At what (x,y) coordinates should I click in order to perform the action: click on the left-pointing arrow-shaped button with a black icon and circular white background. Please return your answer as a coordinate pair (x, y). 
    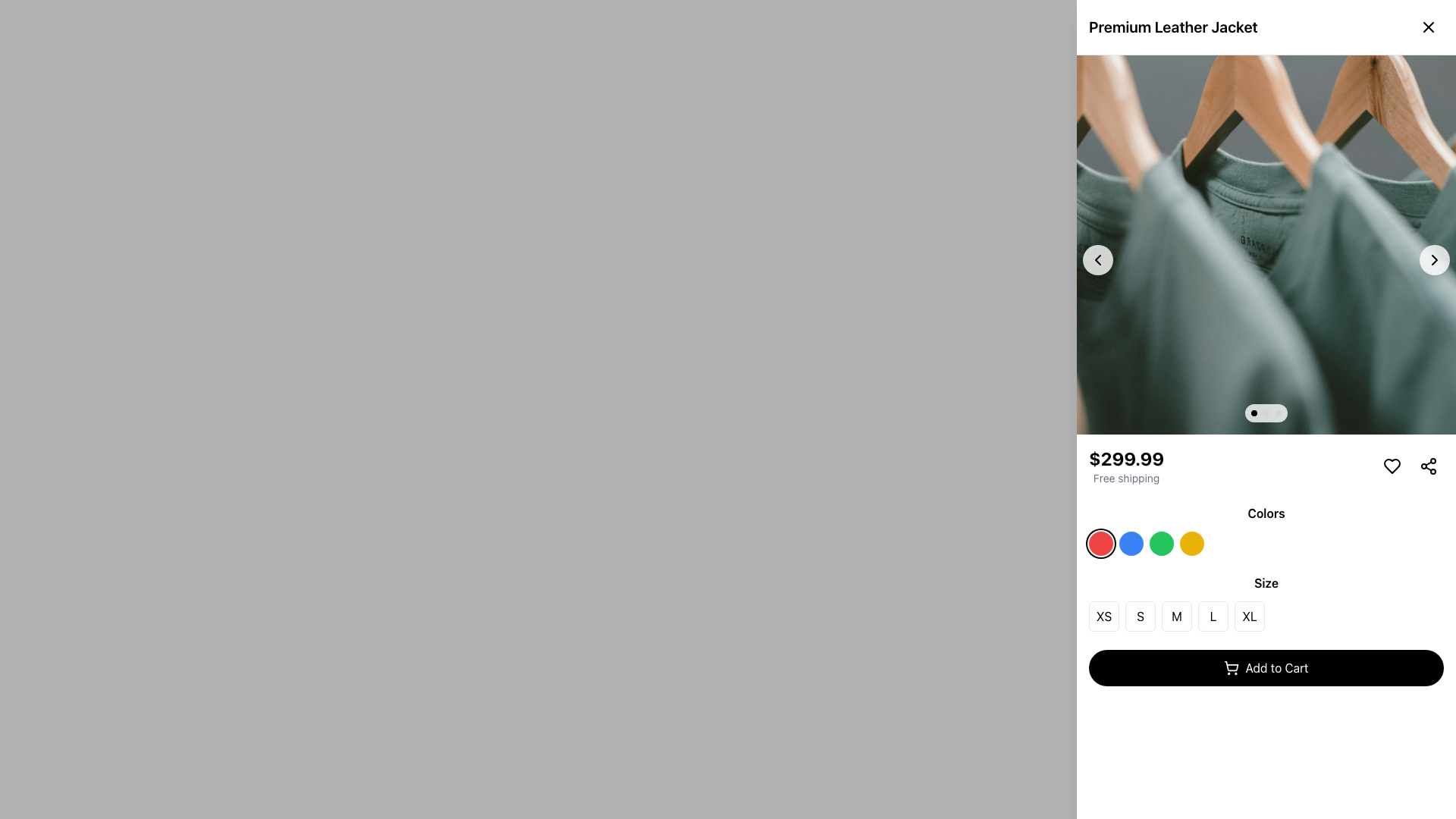
    Looking at the image, I should click on (1098, 259).